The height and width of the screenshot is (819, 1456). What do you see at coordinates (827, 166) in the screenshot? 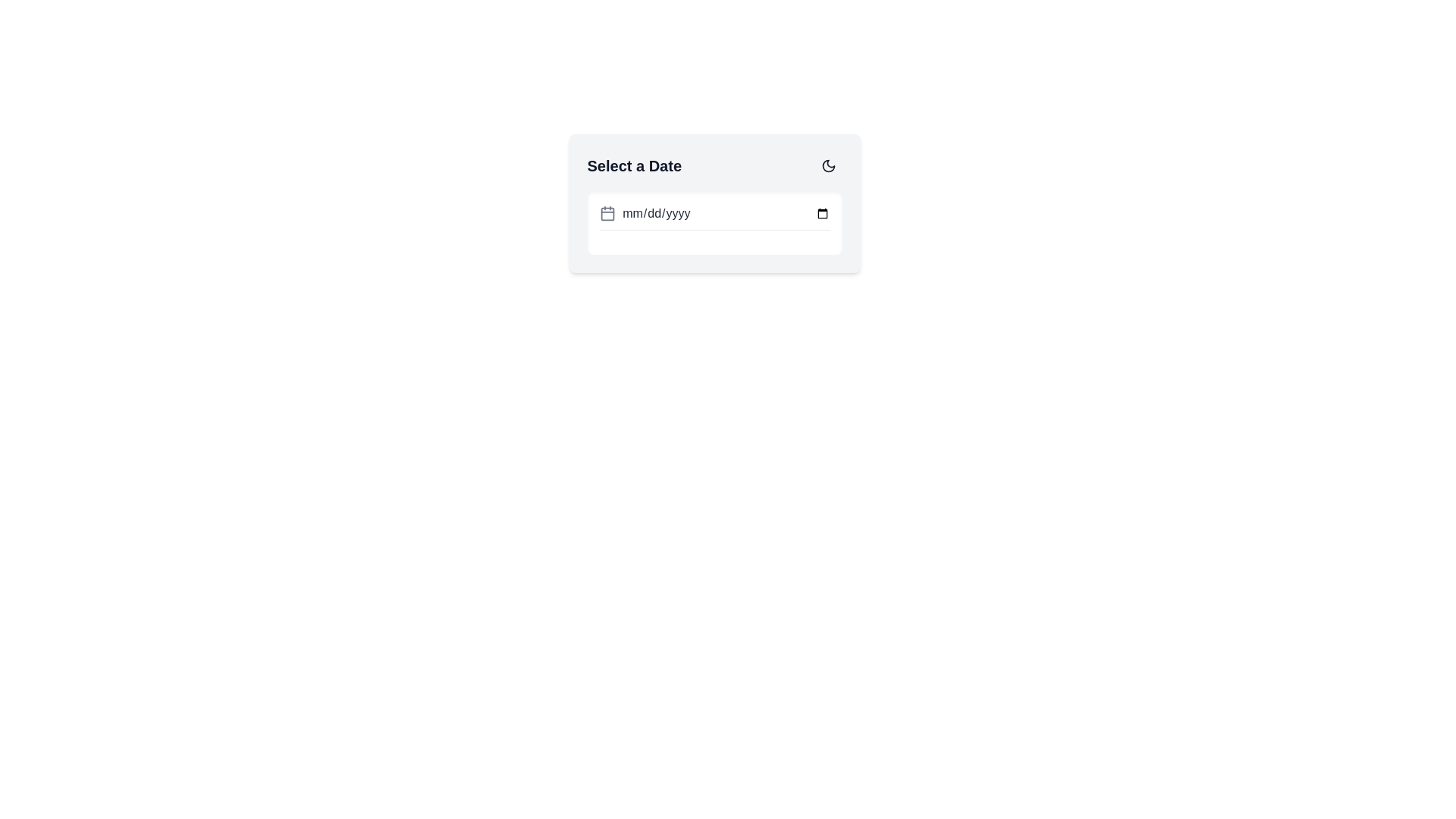
I see `the moon-shaped icon button located at the top-right corner of the main card layout` at bounding box center [827, 166].